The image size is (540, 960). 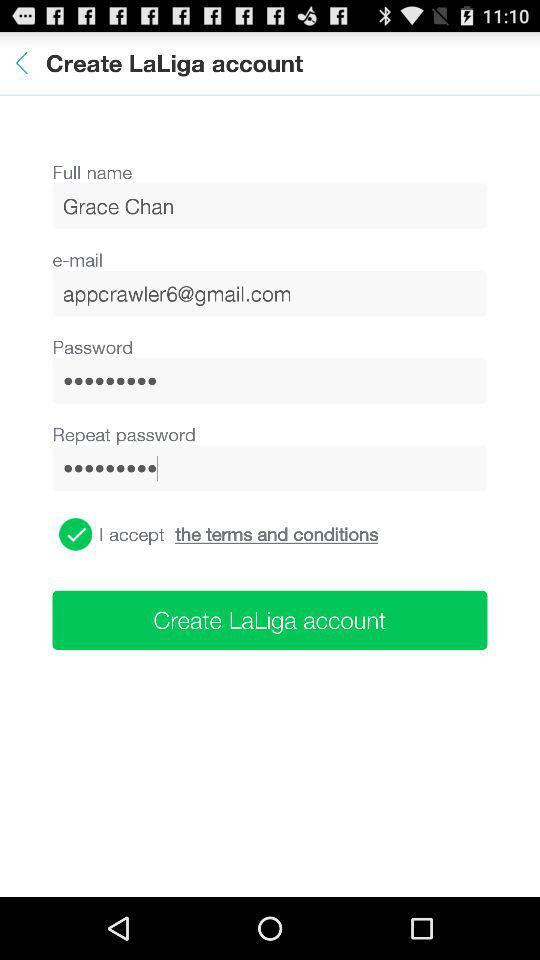 What do you see at coordinates (270, 292) in the screenshot?
I see `the icon below the e-mail` at bounding box center [270, 292].